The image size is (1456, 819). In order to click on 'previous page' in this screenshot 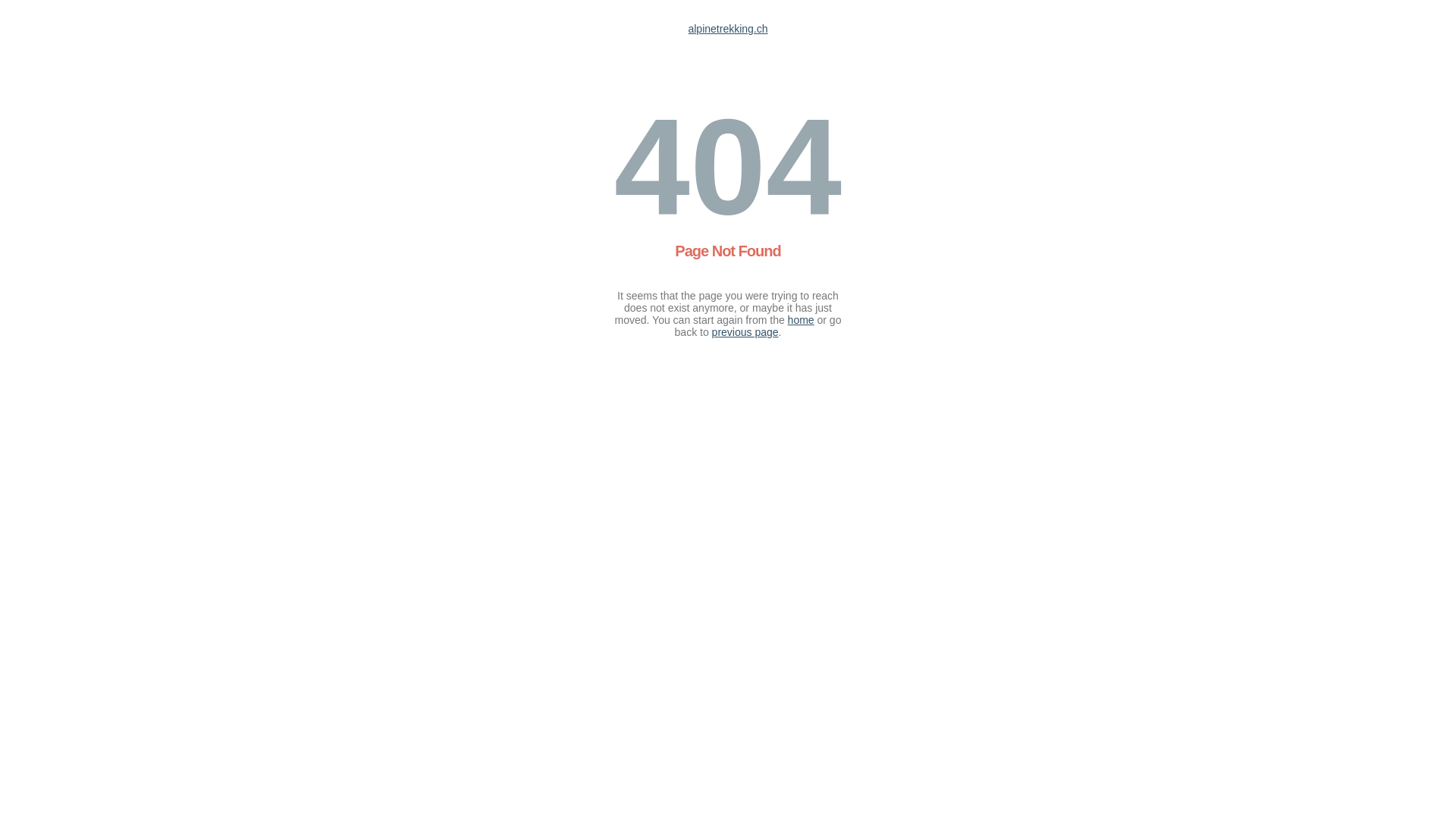, I will do `click(745, 331)`.